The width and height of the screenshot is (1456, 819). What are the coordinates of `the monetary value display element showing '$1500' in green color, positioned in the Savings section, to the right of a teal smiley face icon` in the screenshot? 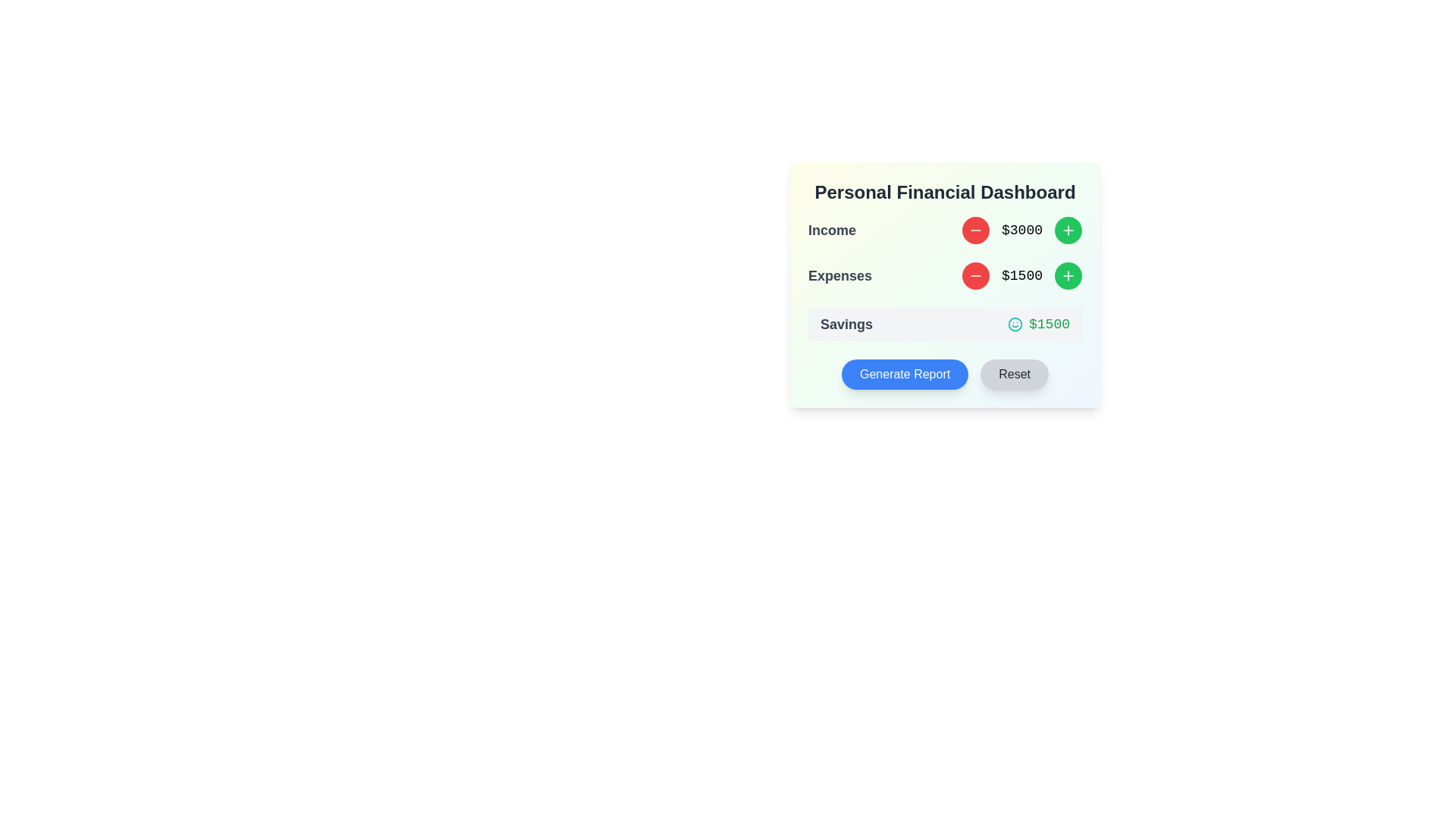 It's located at (1048, 324).